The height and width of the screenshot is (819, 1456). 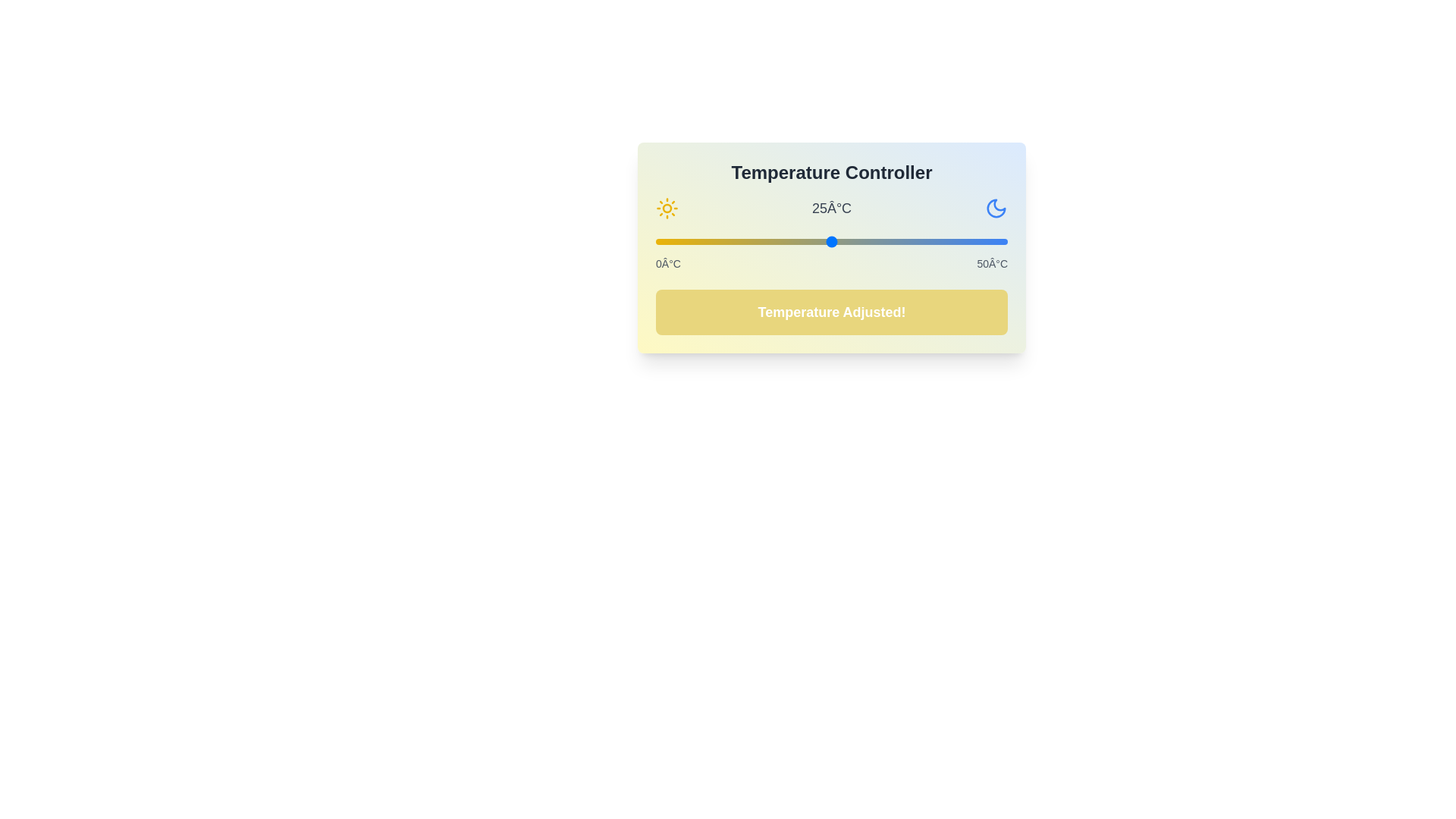 I want to click on the sun icon to explore its functionality, so click(x=667, y=208).